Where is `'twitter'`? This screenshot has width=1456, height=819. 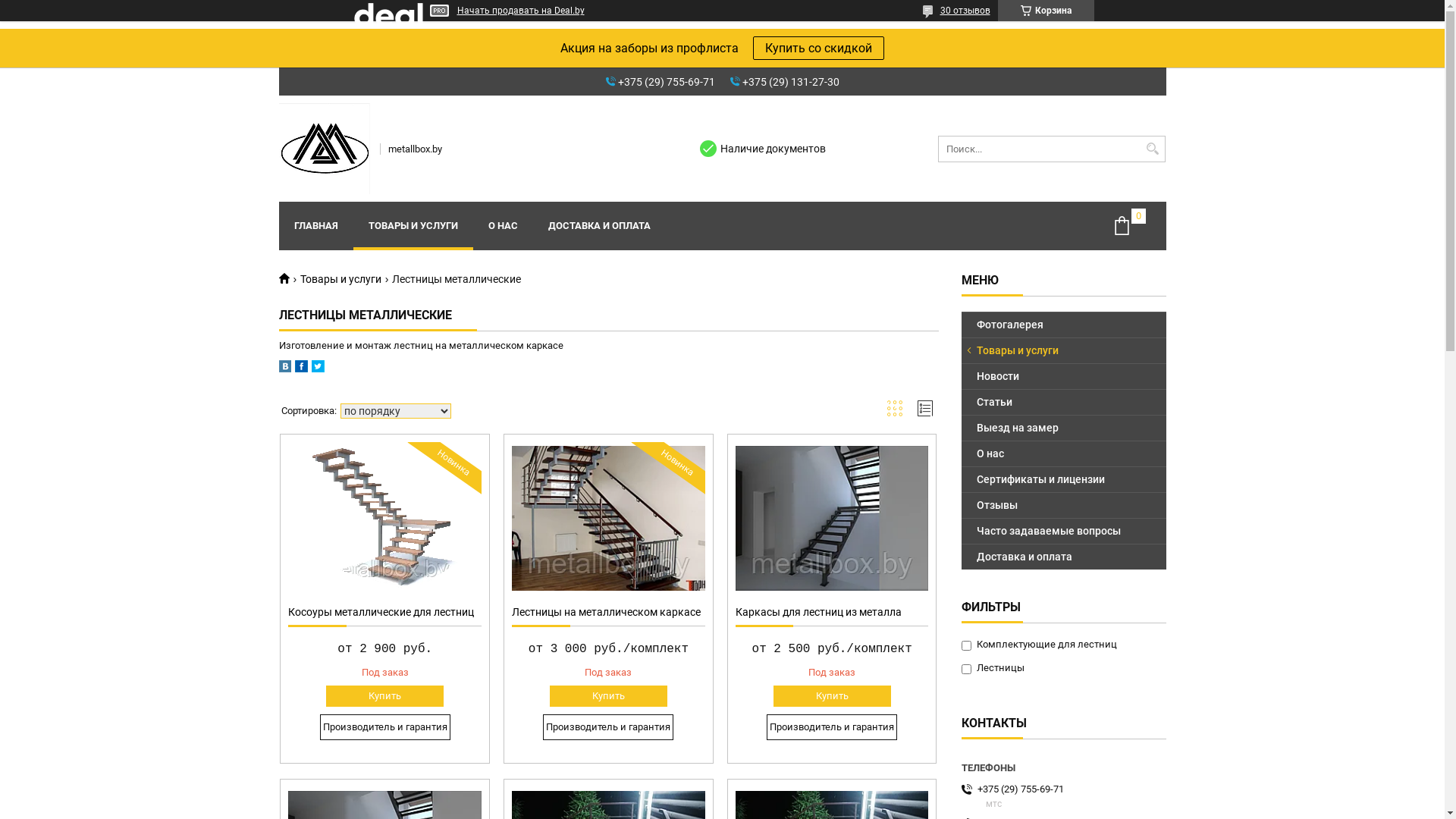
'twitter' is located at coordinates (316, 369).